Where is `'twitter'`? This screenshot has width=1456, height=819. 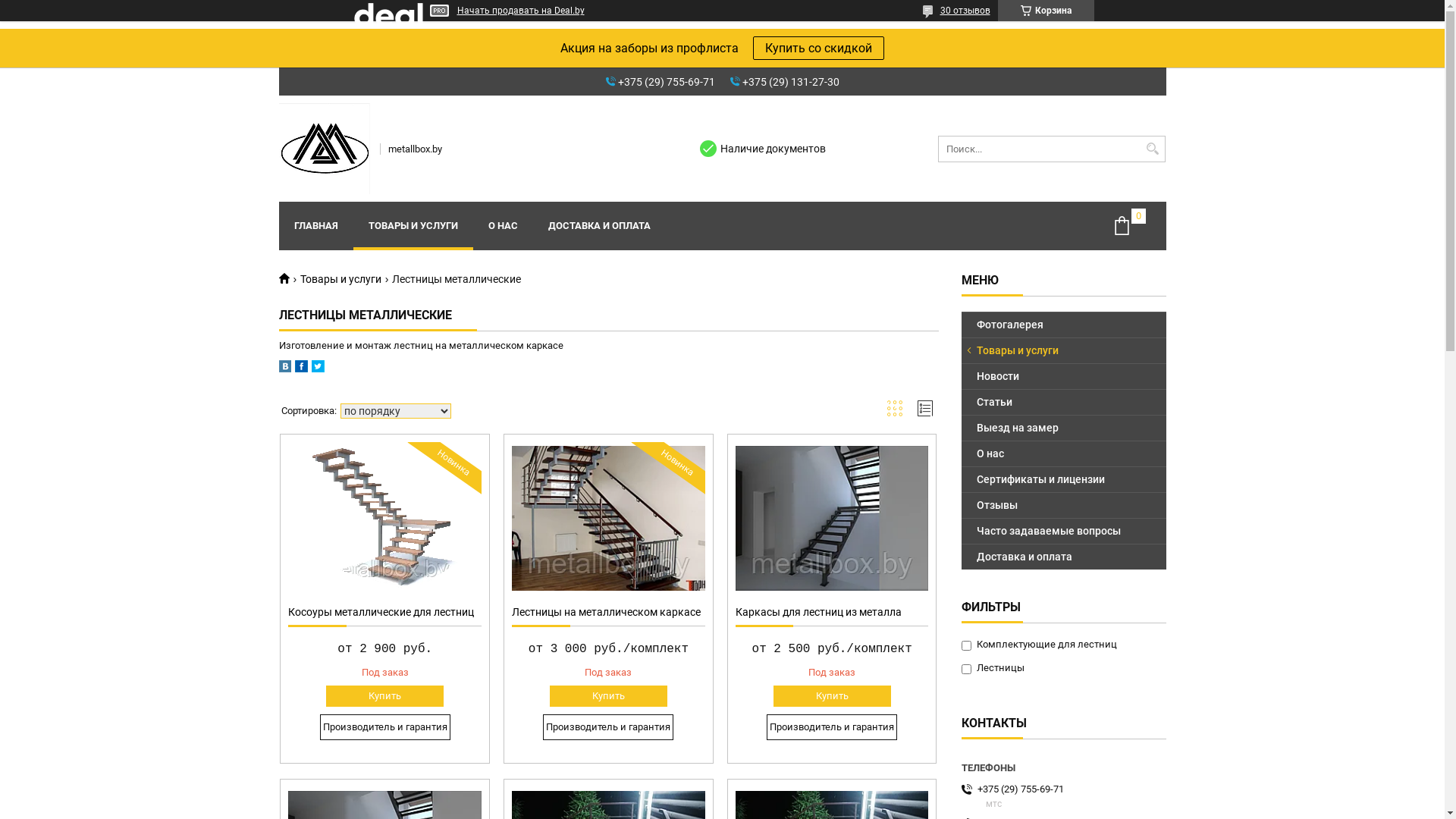
'twitter' is located at coordinates (316, 369).